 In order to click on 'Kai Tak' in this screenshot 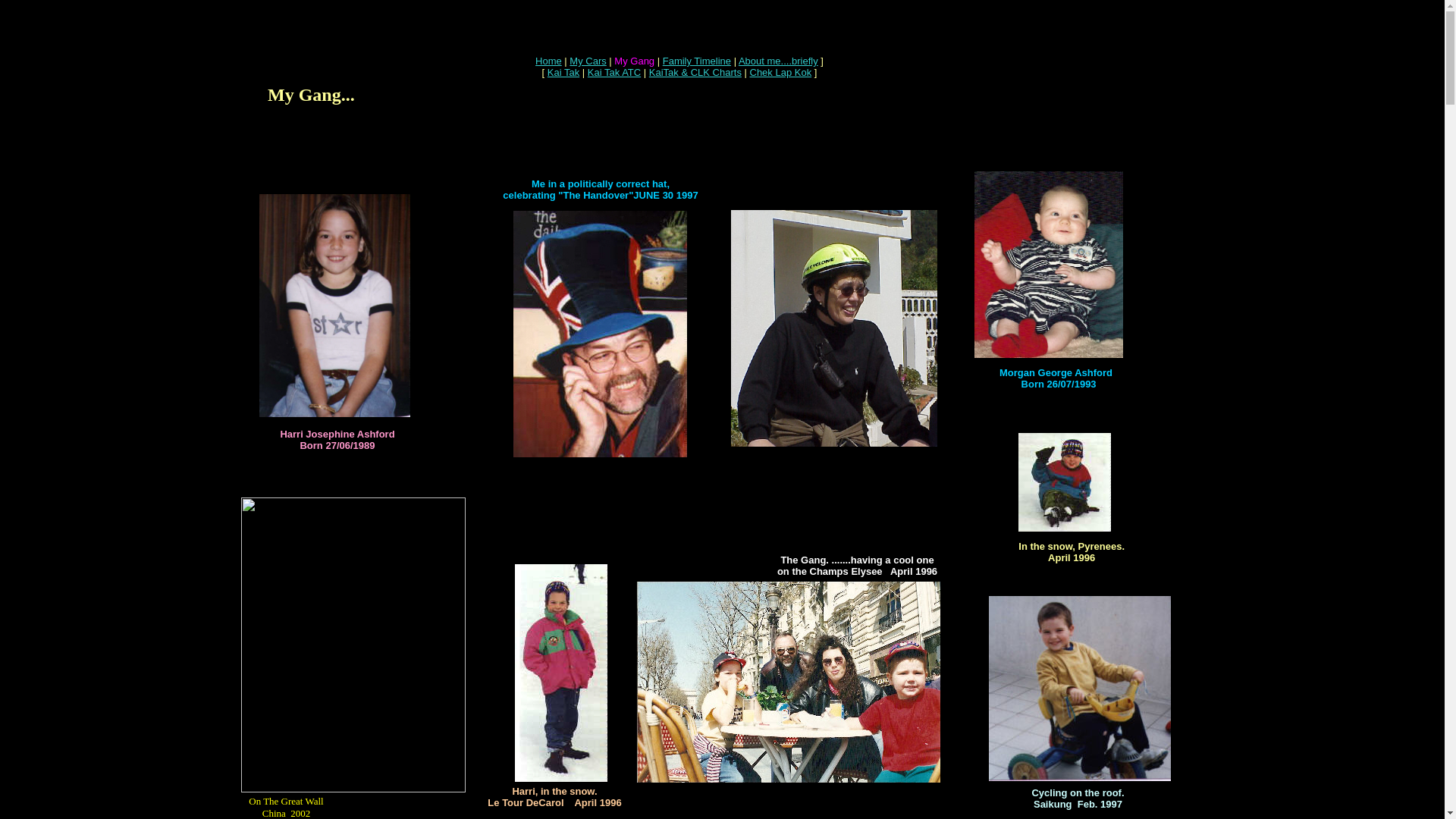, I will do `click(563, 72)`.